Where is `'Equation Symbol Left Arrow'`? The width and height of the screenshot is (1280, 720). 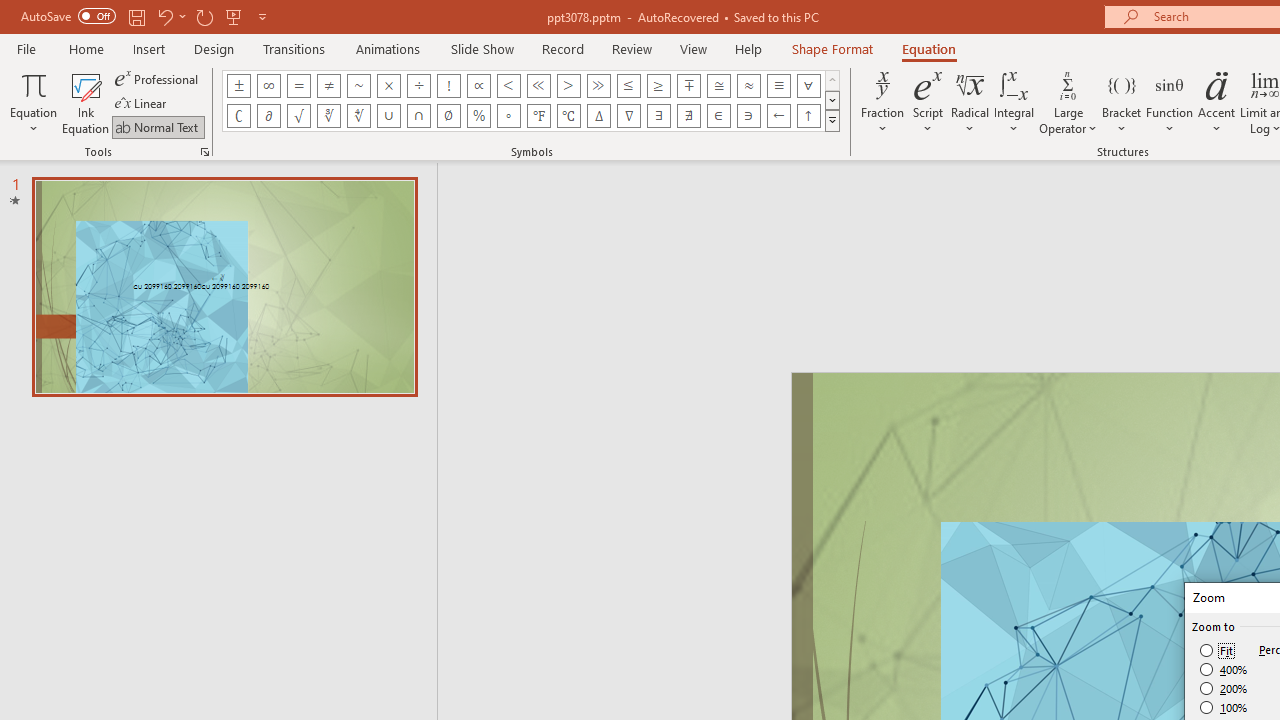 'Equation Symbol Left Arrow' is located at coordinates (777, 115).